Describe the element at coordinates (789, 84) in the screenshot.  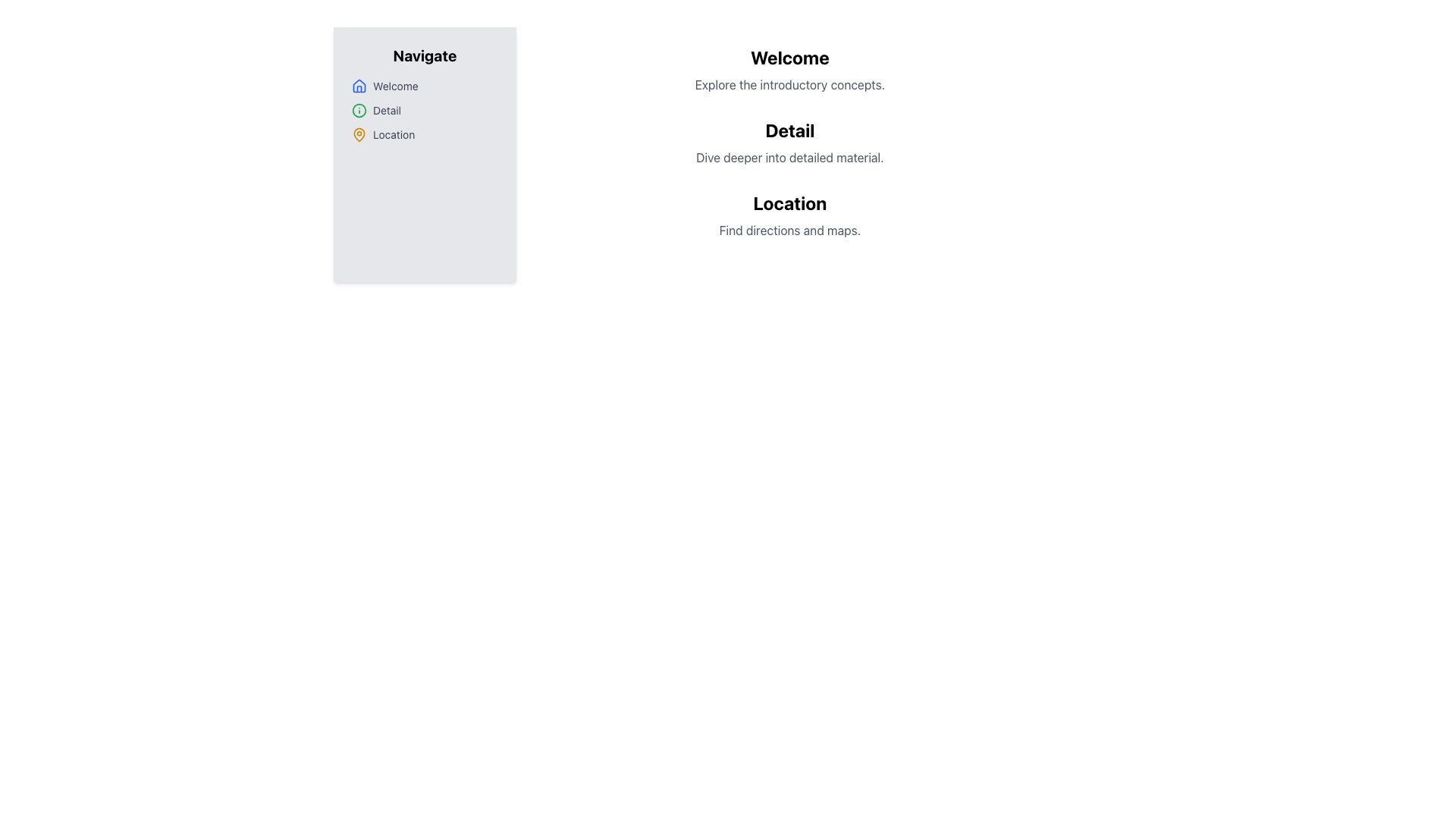
I see `the text element styled with gray text that contains the text 'Explore the introductory concepts.', which is positioned directly beneath the 'Welcome' header` at that location.